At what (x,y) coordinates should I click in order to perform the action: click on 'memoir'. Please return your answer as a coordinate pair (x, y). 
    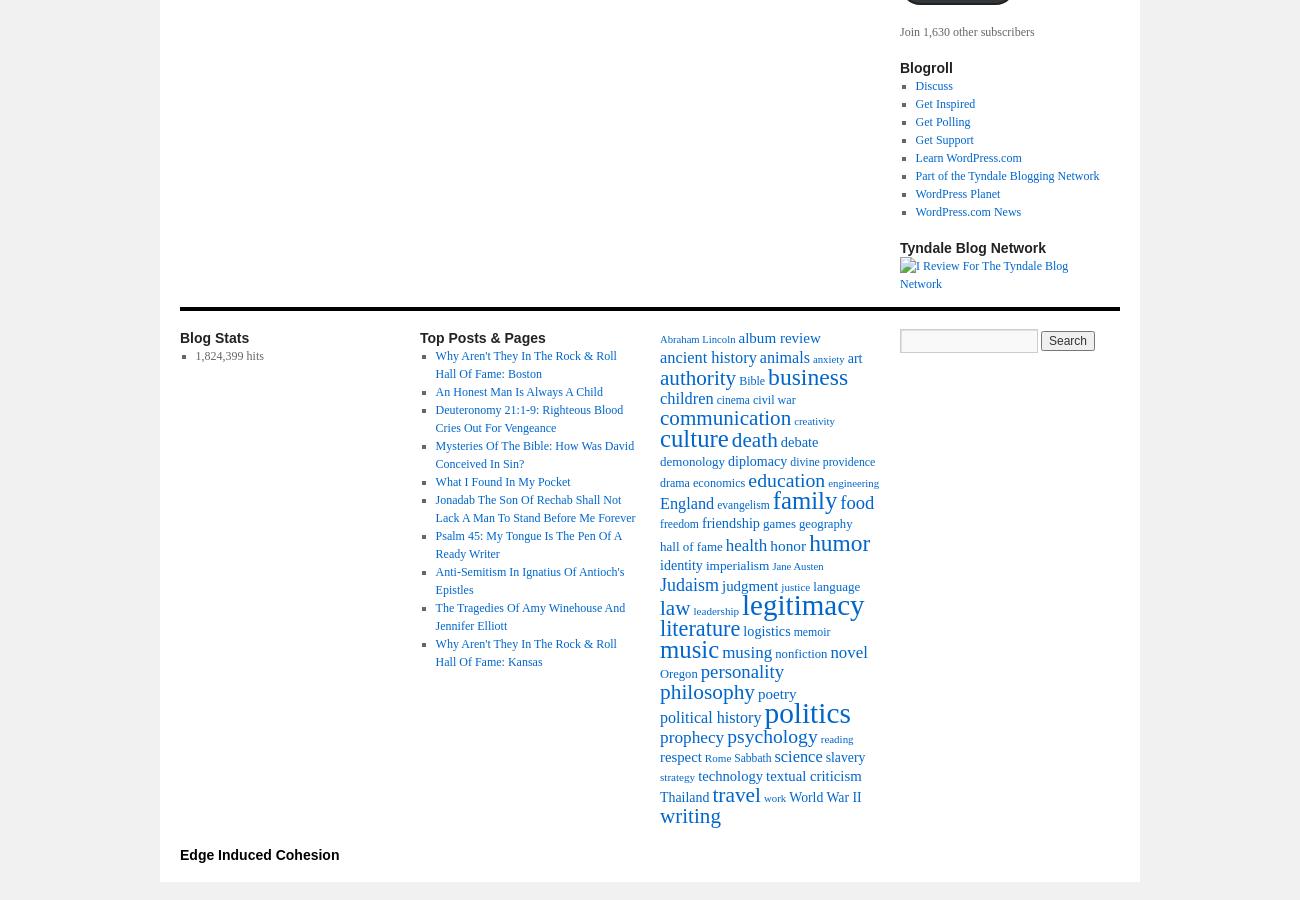
    Looking at the image, I should click on (810, 631).